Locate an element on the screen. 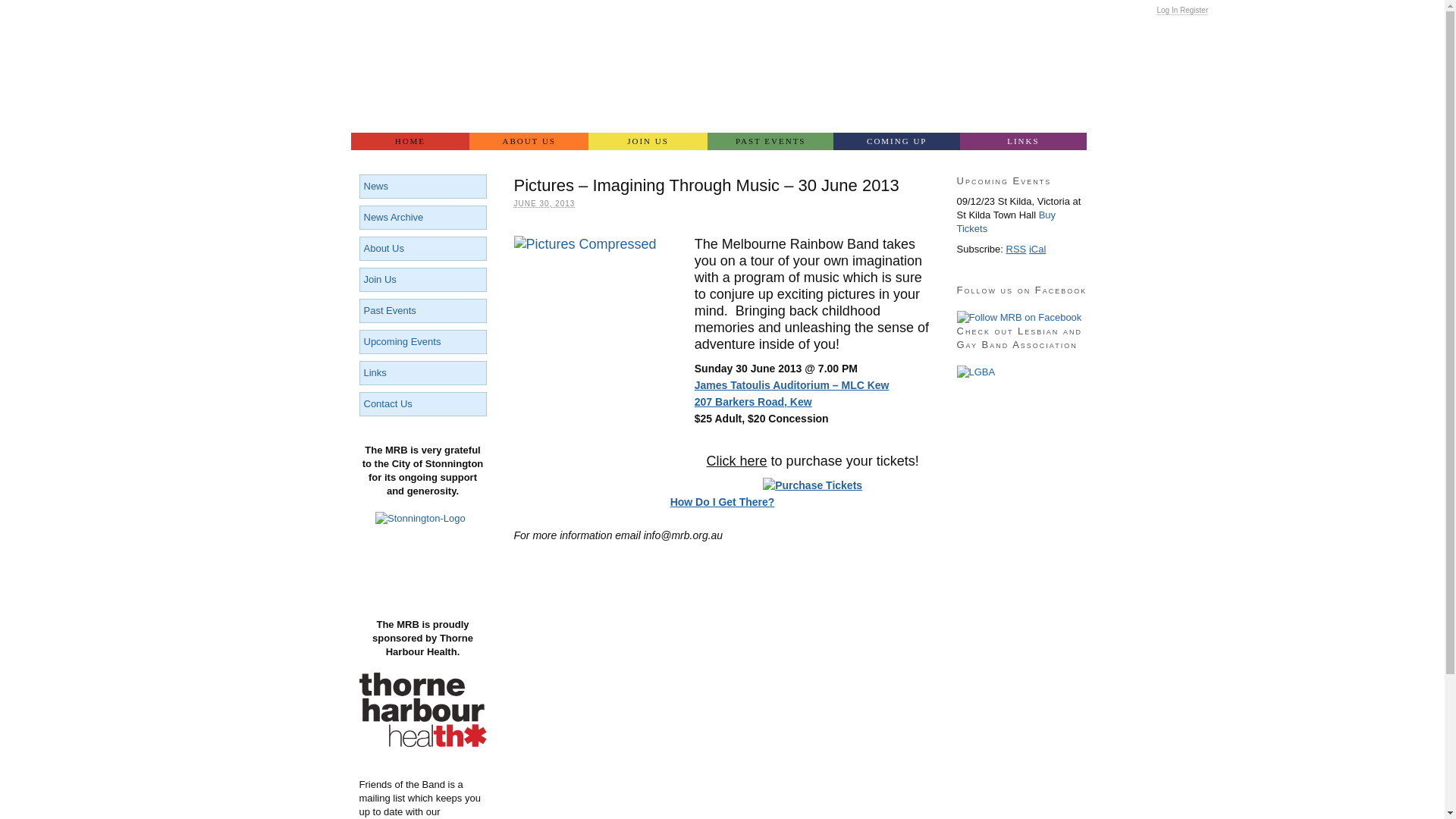 The width and height of the screenshot is (1456, 819). 'Buy Tickets' is located at coordinates (1006, 221).